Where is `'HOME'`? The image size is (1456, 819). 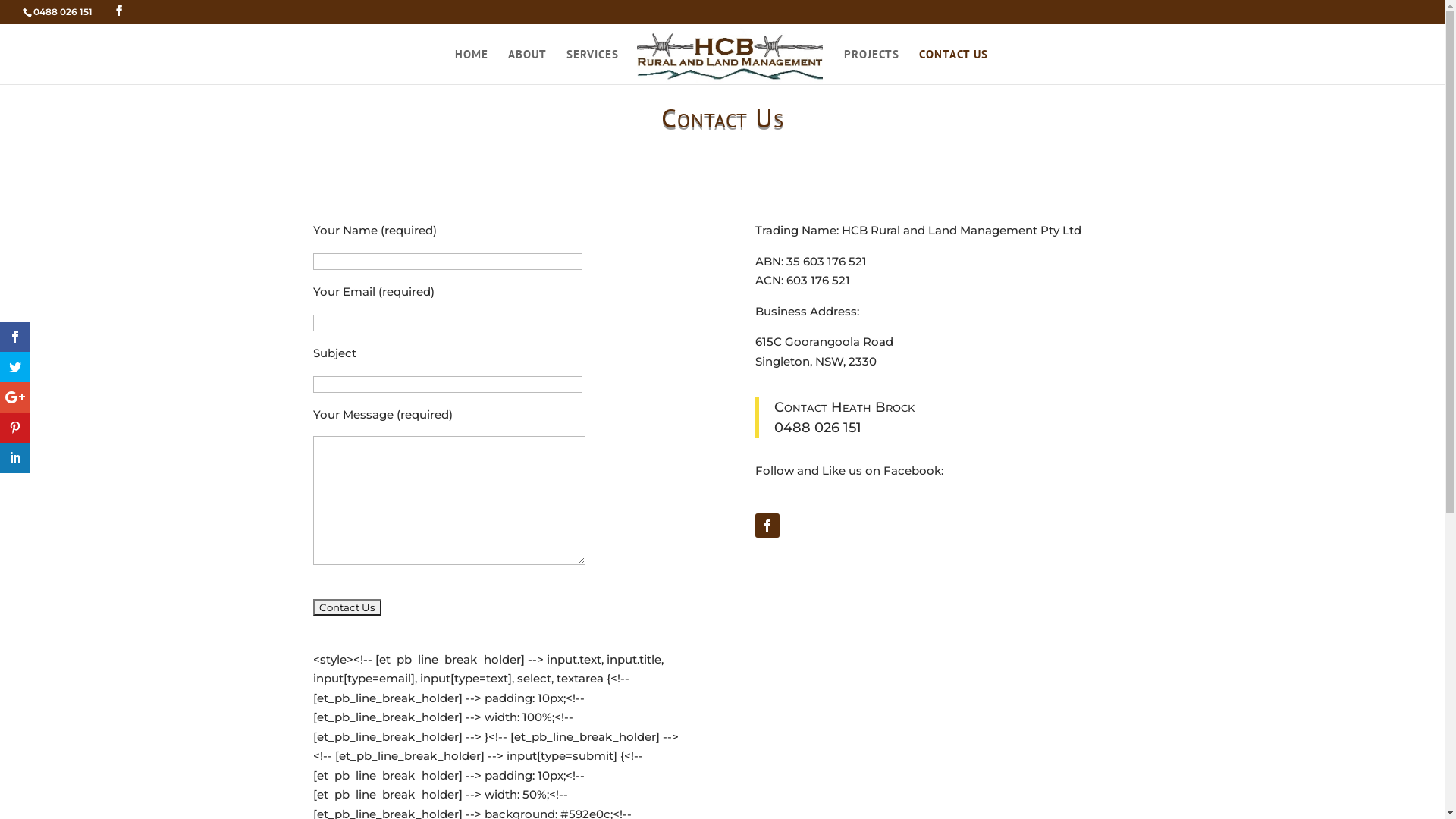
'HOME' is located at coordinates (471, 58).